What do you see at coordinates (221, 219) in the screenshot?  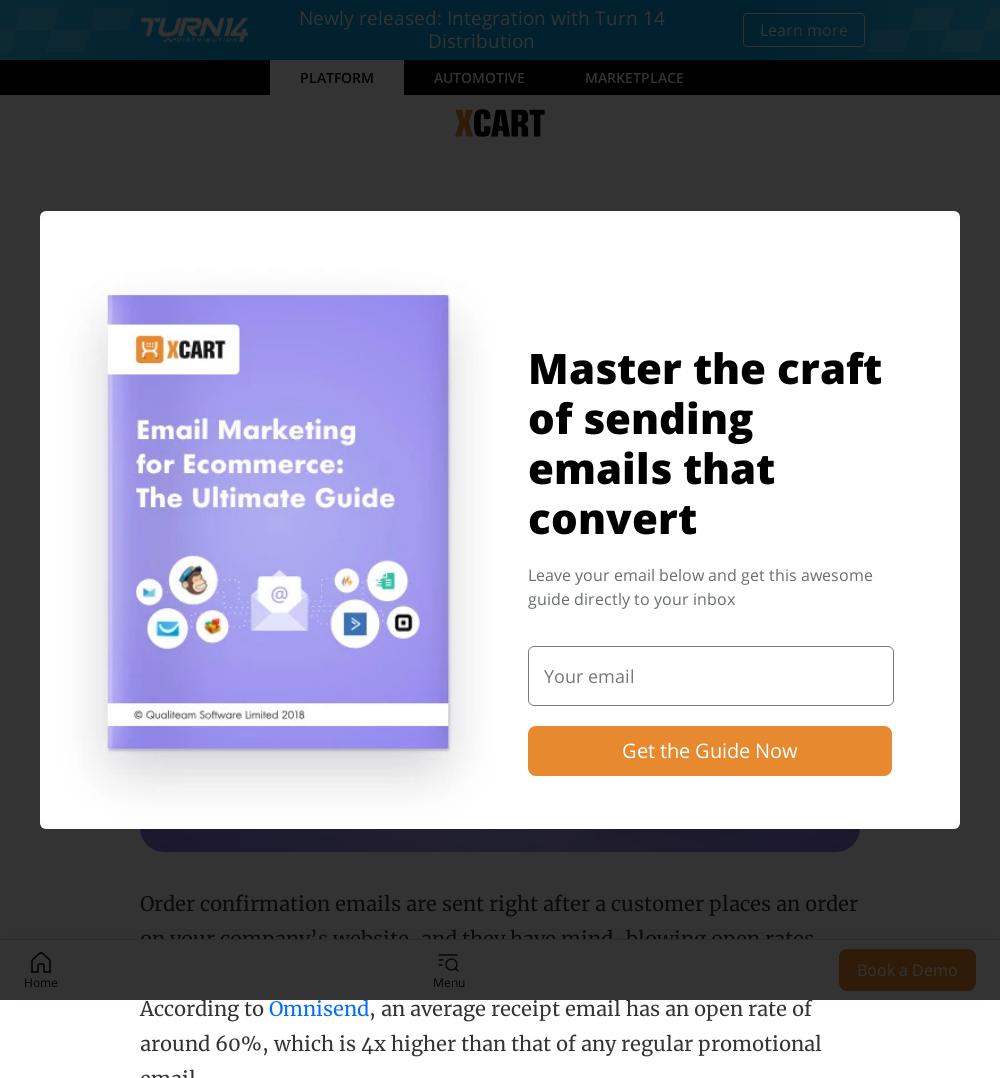 I see `'Back to Blog'` at bounding box center [221, 219].